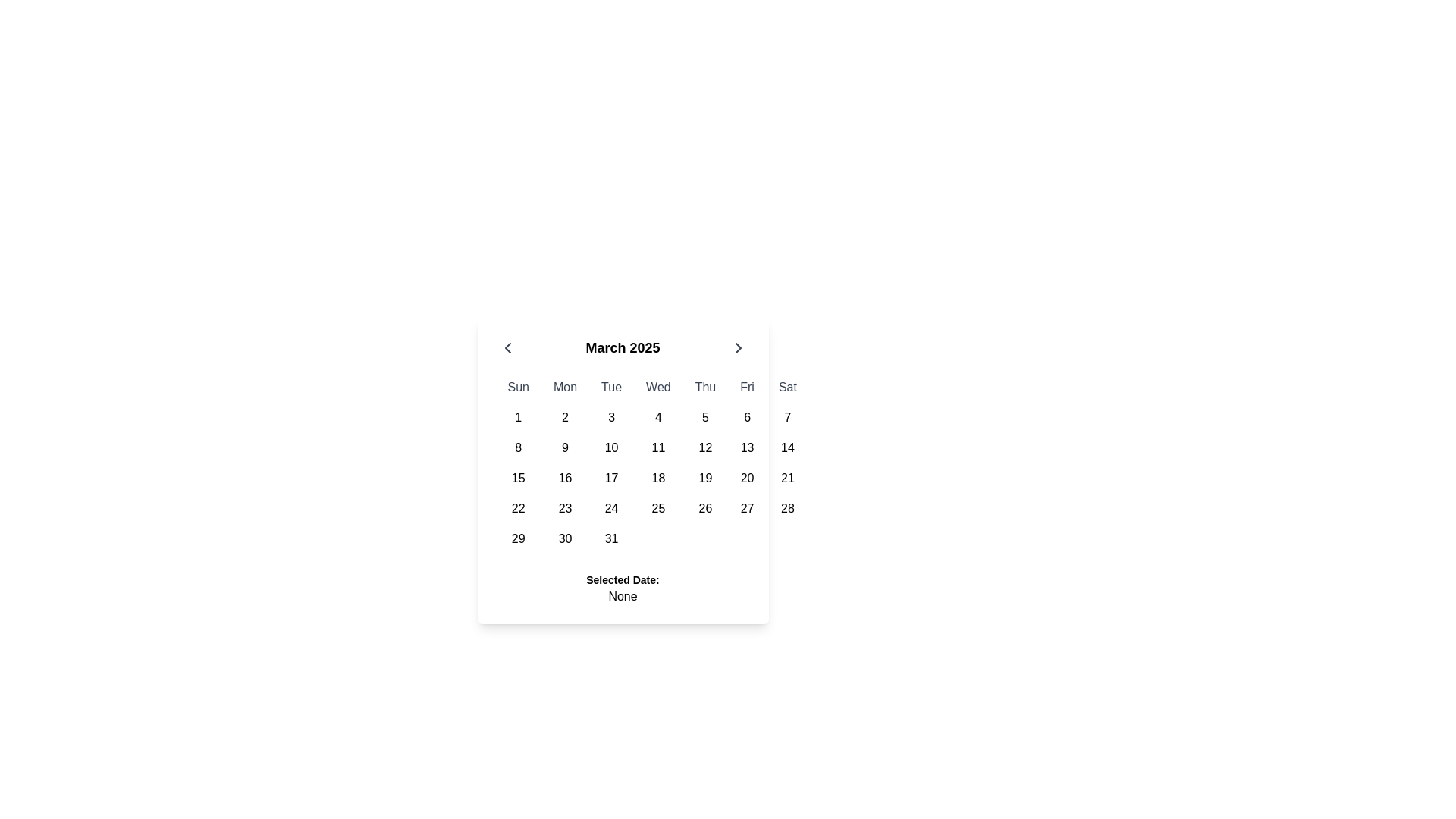 This screenshot has width=1456, height=819. I want to click on the clickable text item displaying the number '7', so click(787, 418).